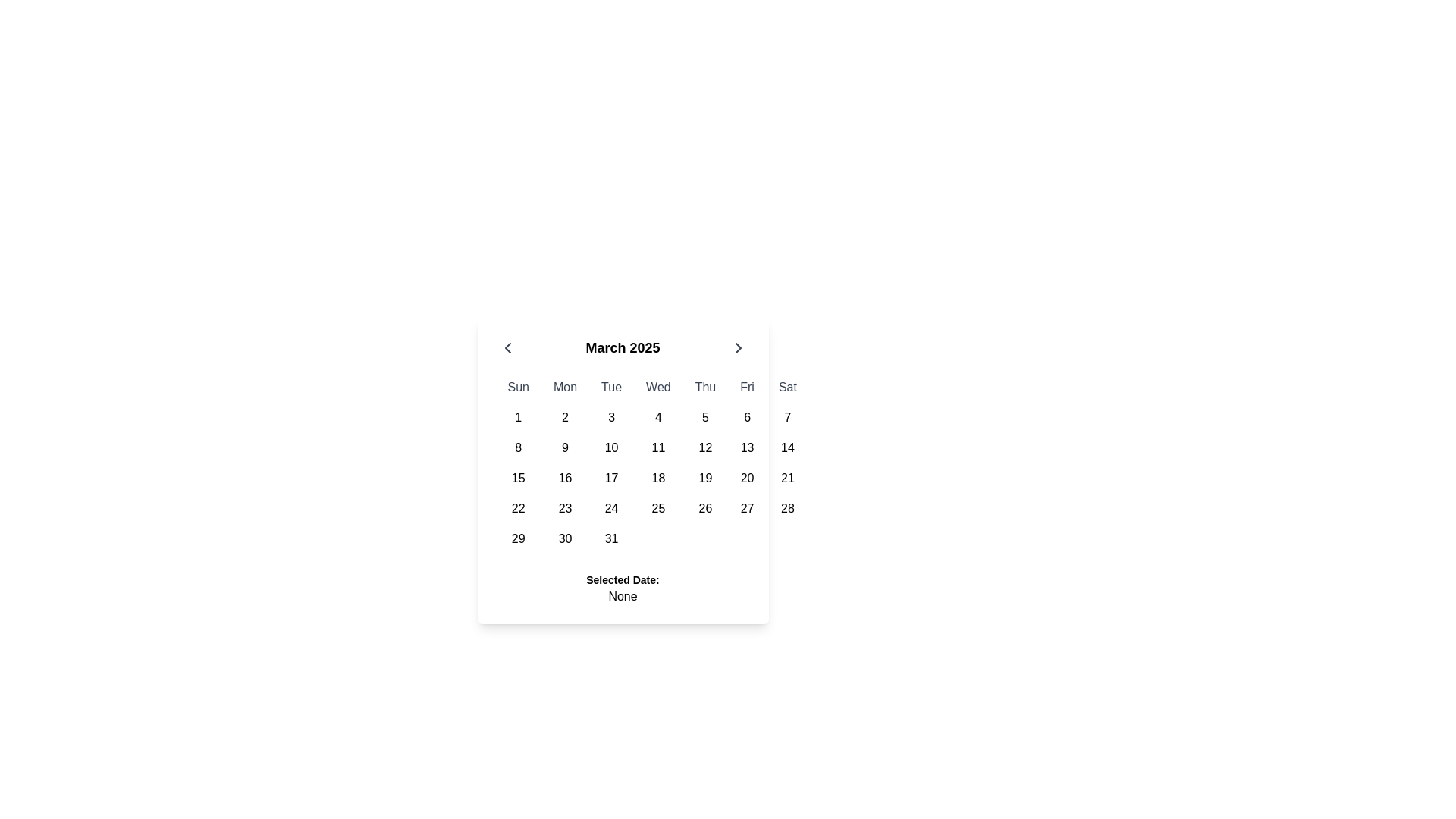 This screenshot has width=1456, height=819. I want to click on the clickable text item displaying the number '7', so click(787, 418).